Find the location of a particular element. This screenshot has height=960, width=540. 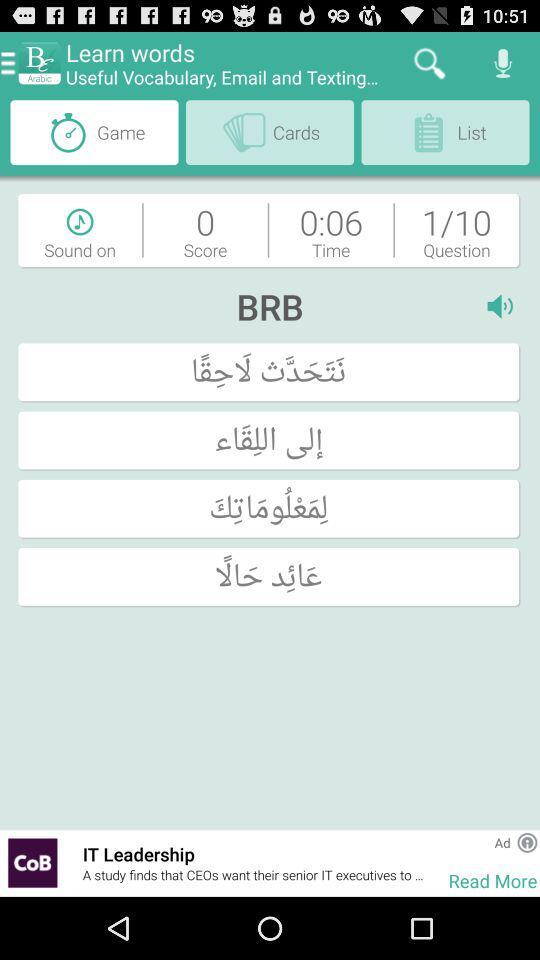

the icon above read more icon is located at coordinates (501, 841).